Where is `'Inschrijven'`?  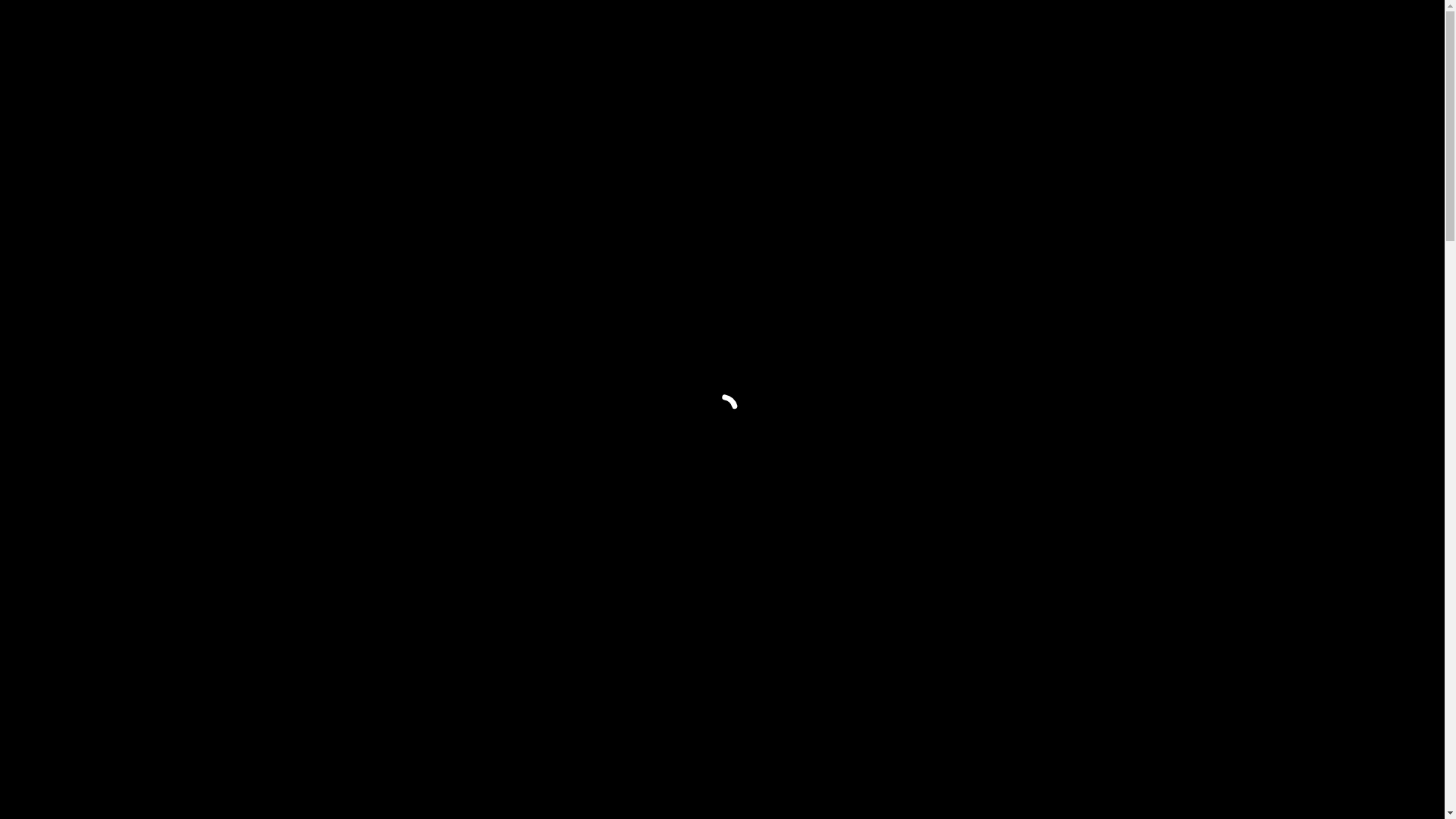 'Inschrijven' is located at coordinates (1074, 35).